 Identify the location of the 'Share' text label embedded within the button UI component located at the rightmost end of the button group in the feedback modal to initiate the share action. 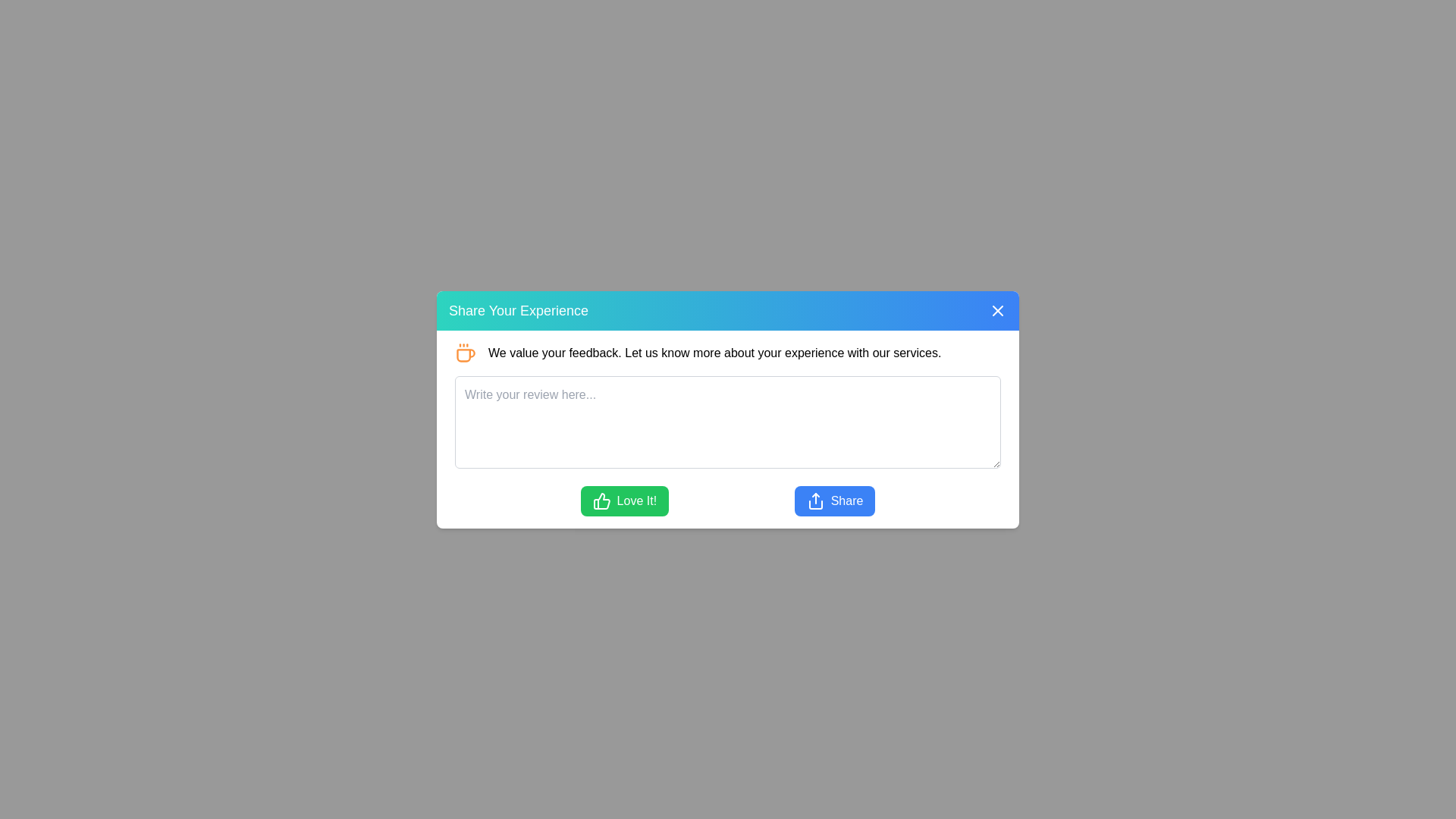
(846, 500).